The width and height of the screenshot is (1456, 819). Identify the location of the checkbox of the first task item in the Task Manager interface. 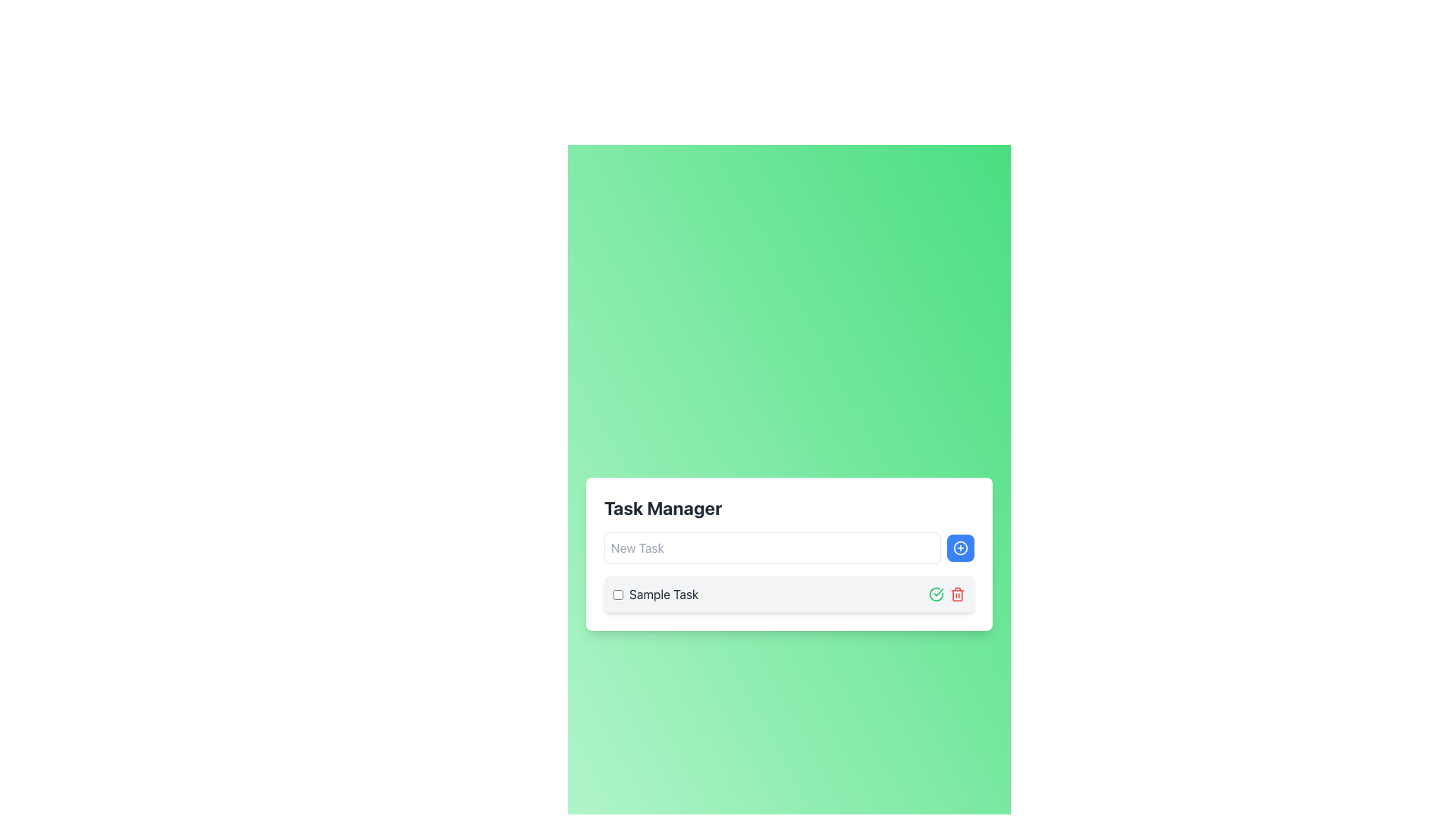
(789, 593).